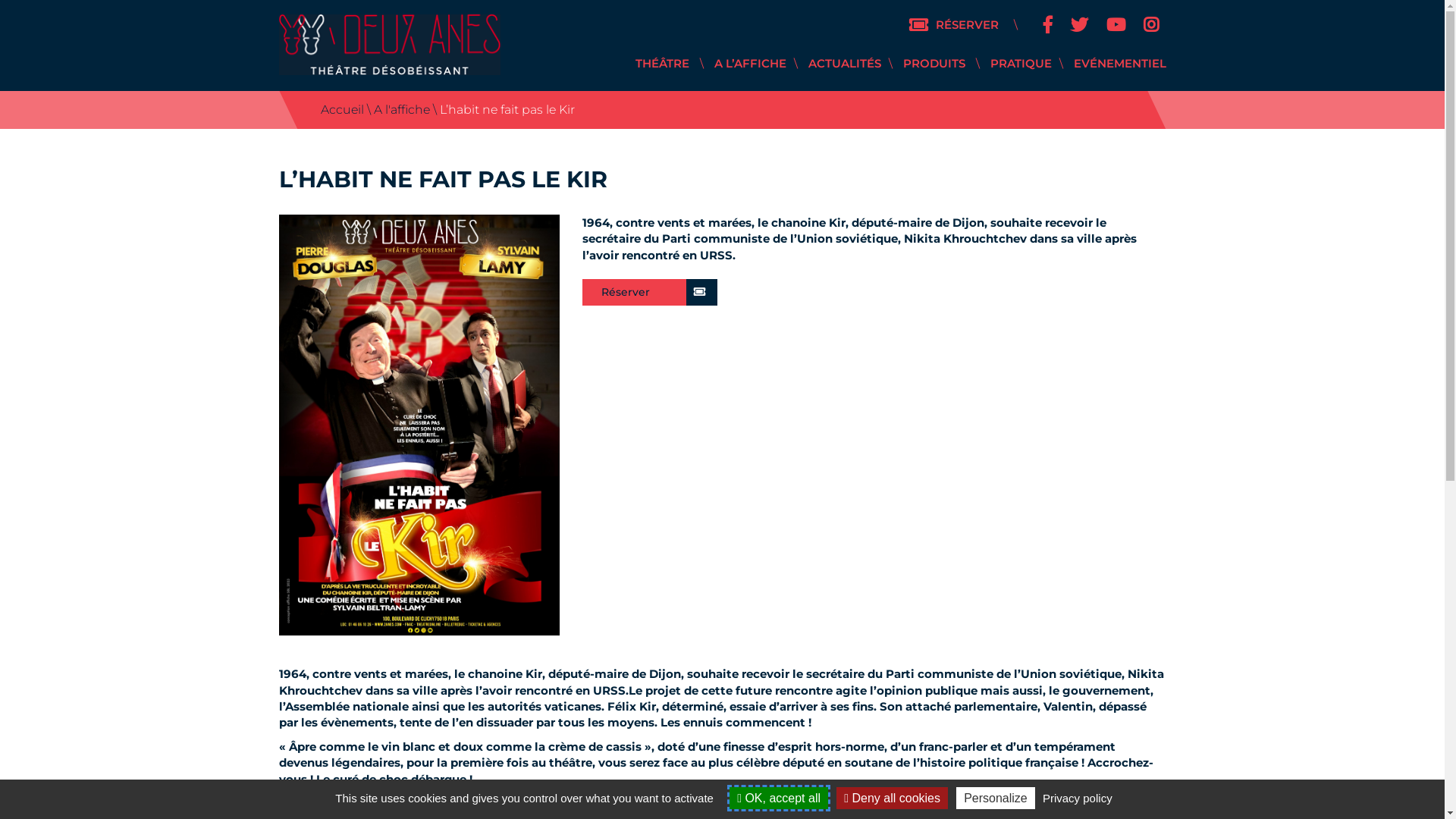  Describe the element at coordinates (400, 108) in the screenshot. I see `'A l'affiche'` at that location.